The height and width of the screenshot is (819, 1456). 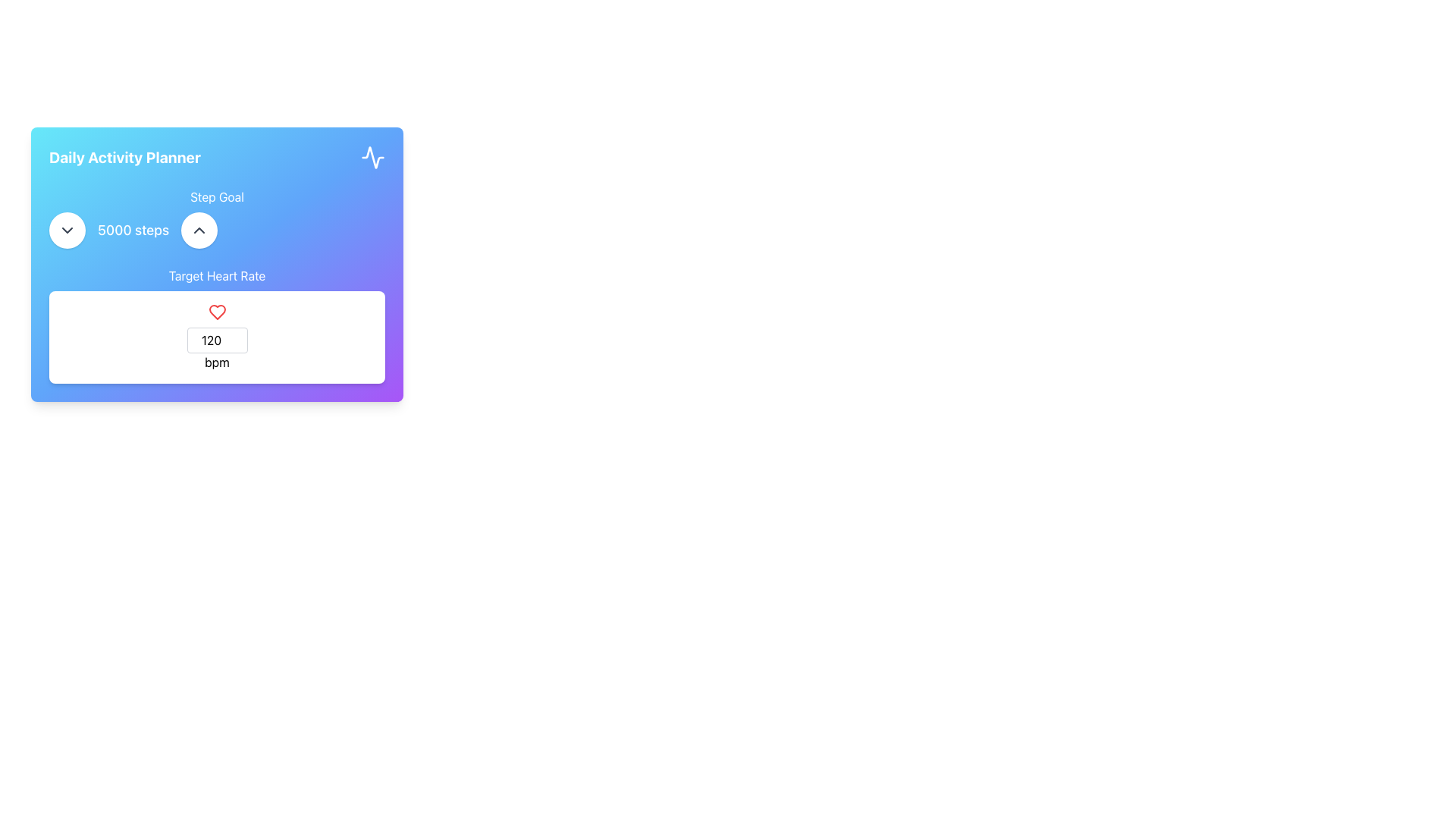 What do you see at coordinates (67, 231) in the screenshot?
I see `the button located in the top-left segment of the 'Daily Activity Planner' card to decrease the step goal value, which is positioned to the left of the '5000 steps' text` at bounding box center [67, 231].